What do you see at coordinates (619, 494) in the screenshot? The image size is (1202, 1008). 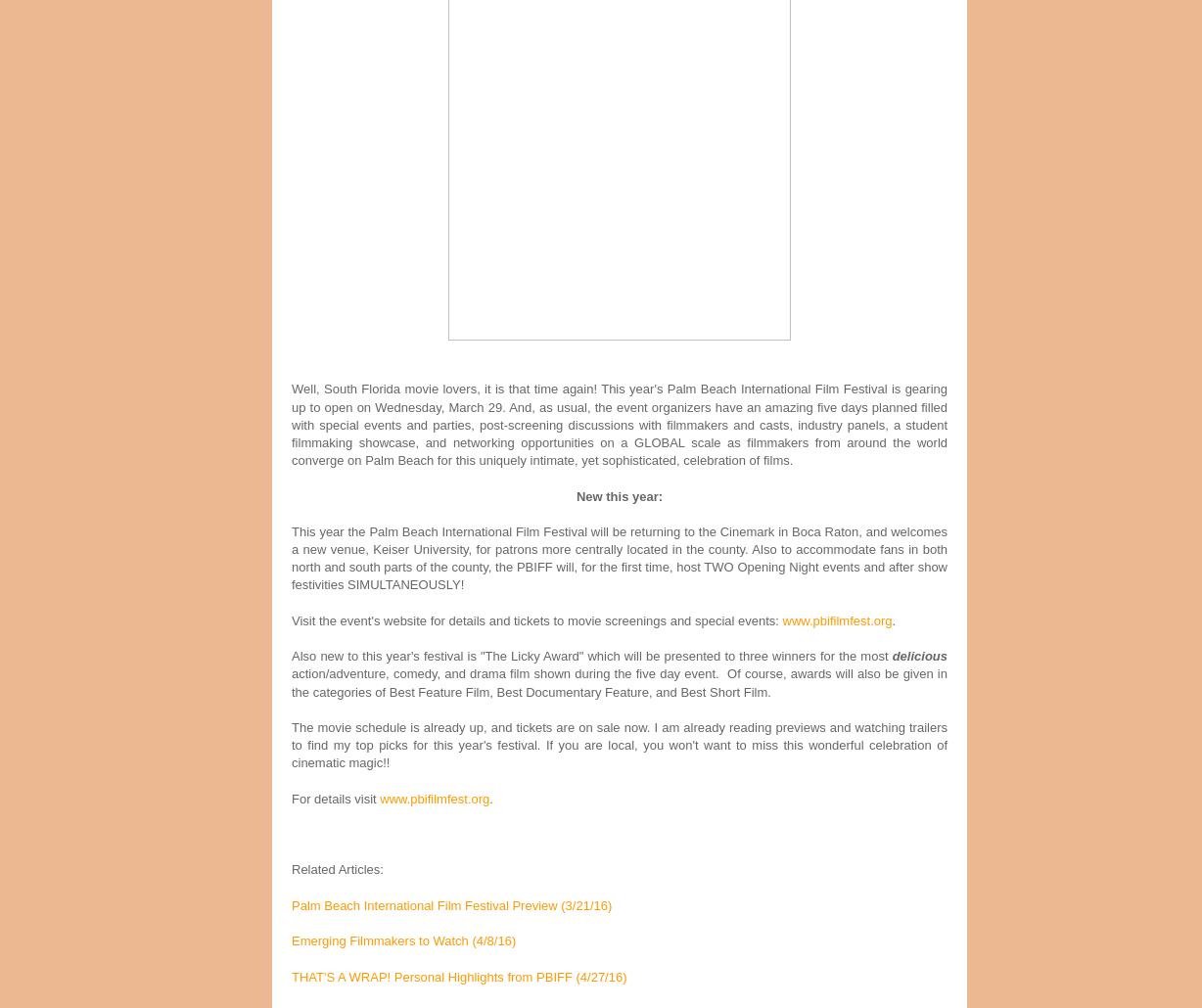 I see `'New this year:'` at bounding box center [619, 494].